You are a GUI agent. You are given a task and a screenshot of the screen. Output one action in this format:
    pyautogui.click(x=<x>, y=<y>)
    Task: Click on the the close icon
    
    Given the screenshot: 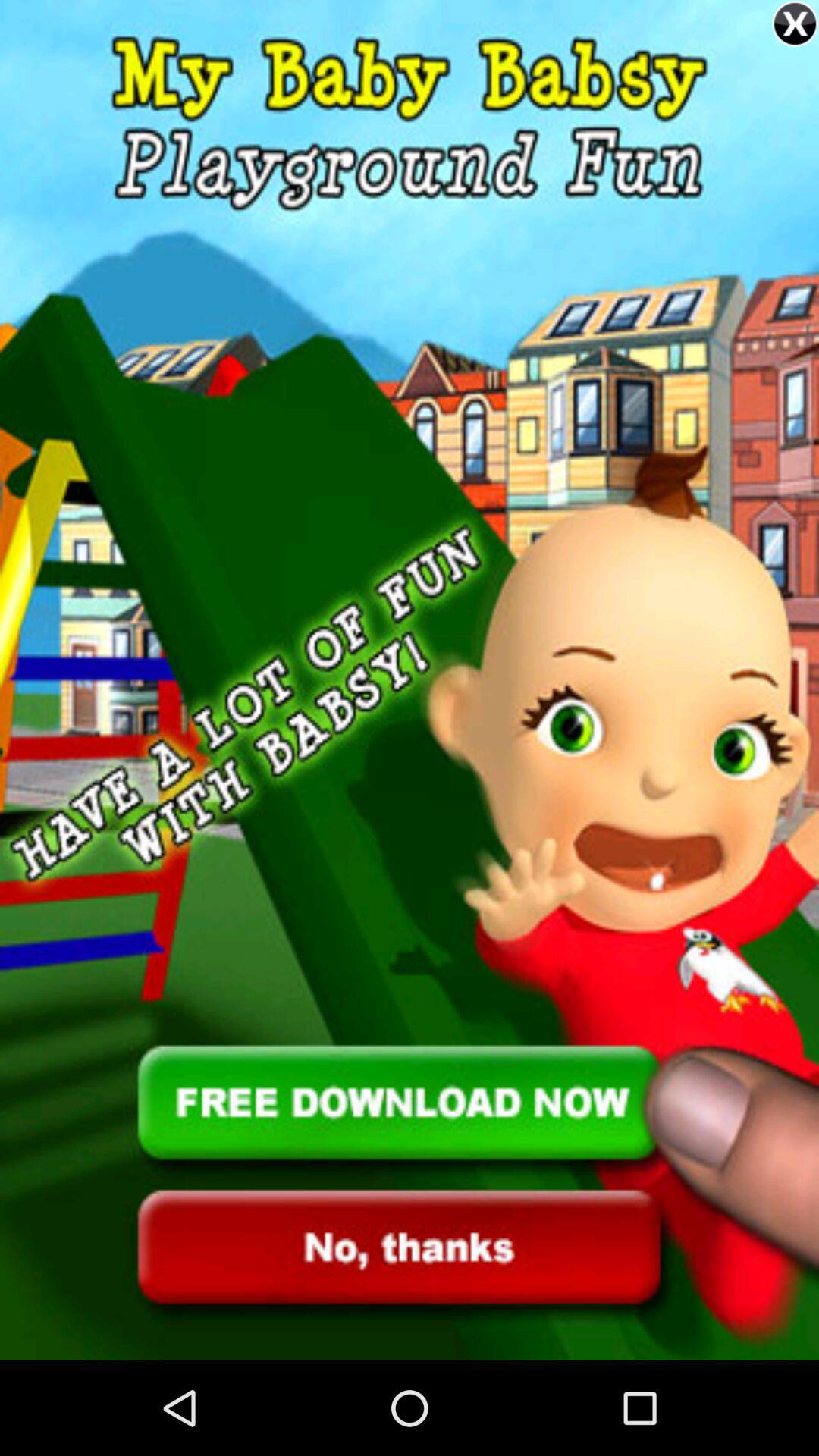 What is the action you would take?
    pyautogui.click(x=794, y=25)
    